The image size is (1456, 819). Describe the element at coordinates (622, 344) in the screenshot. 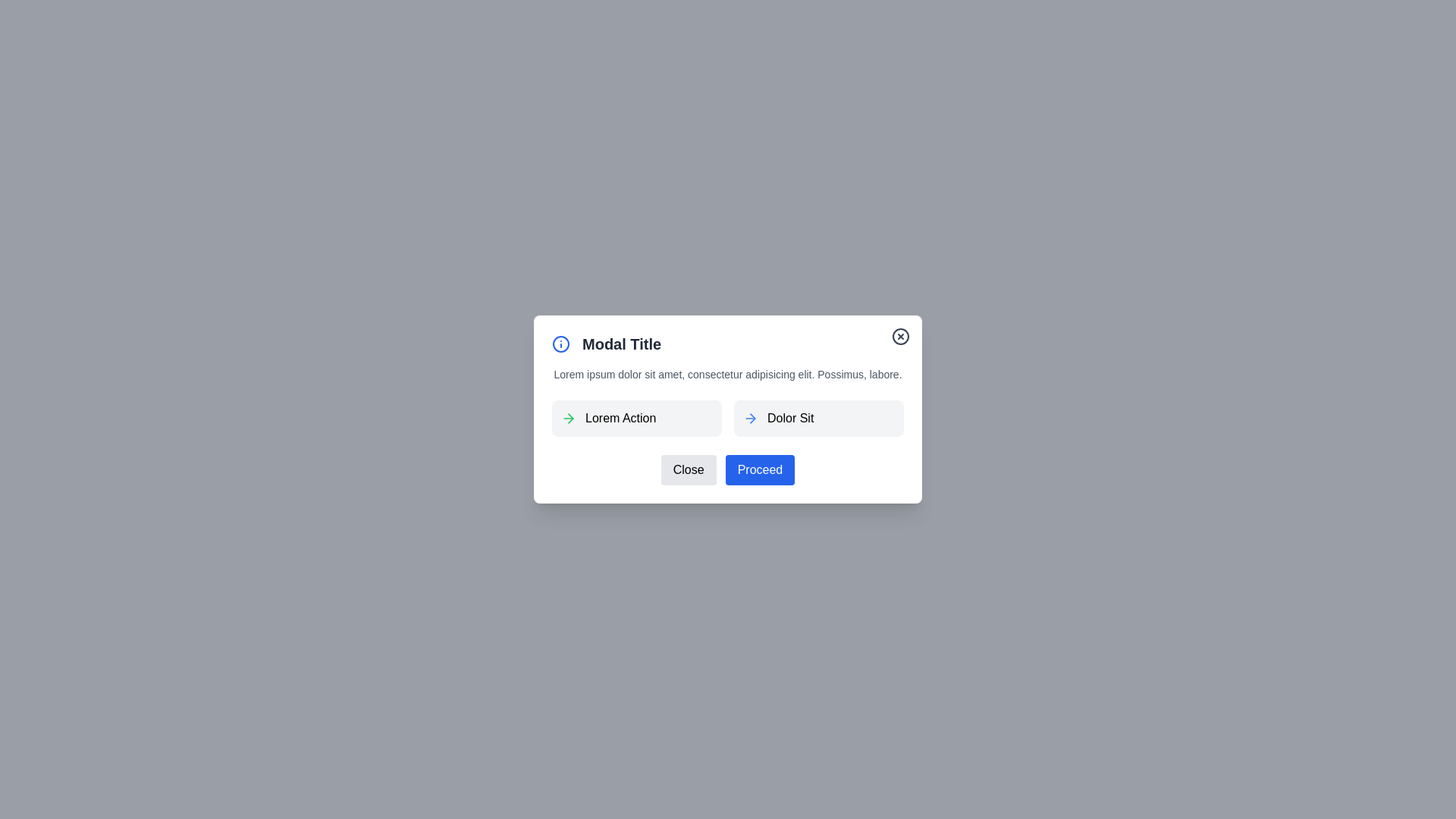

I see `text from the 'Modal Title' label, which is a prominent text element in the modal header, positioned centrally and to the right of an info icon` at that location.